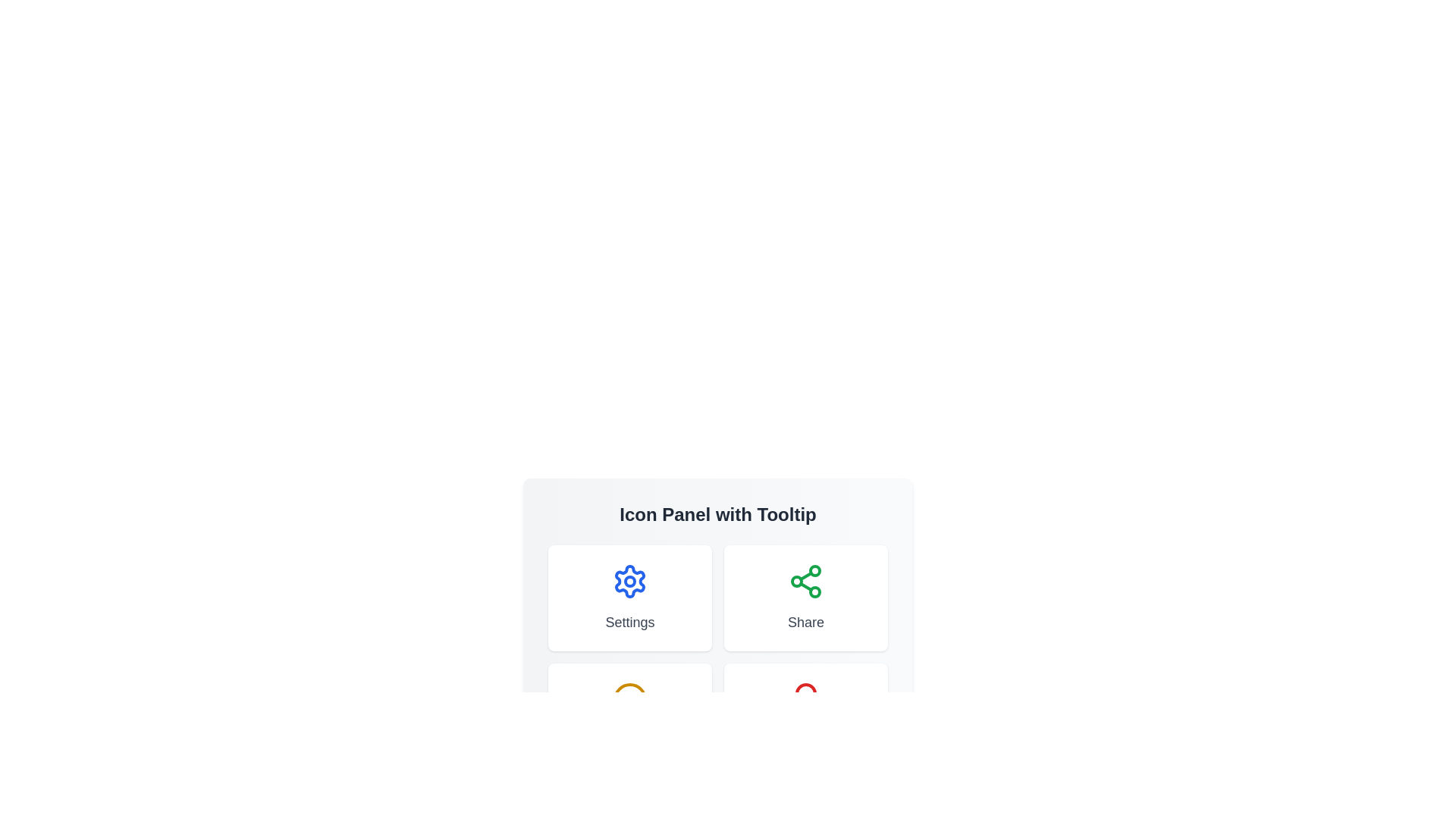 The image size is (1456, 819). I want to click on the blue gear icon located in the top-left of the icon panel, which is above the 'Settings' label, so click(629, 581).